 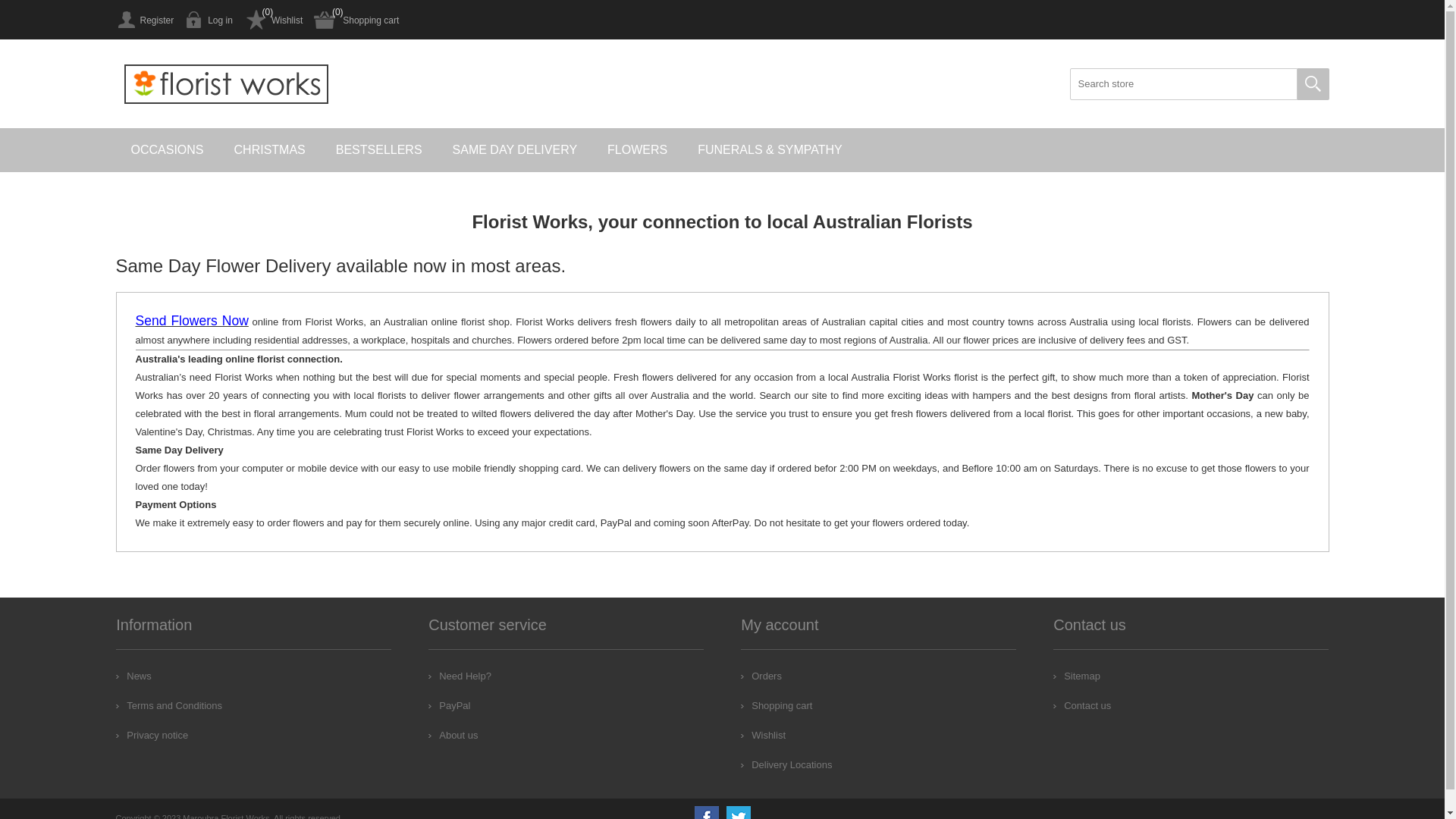 What do you see at coordinates (208, 20) in the screenshot?
I see `'Log in'` at bounding box center [208, 20].